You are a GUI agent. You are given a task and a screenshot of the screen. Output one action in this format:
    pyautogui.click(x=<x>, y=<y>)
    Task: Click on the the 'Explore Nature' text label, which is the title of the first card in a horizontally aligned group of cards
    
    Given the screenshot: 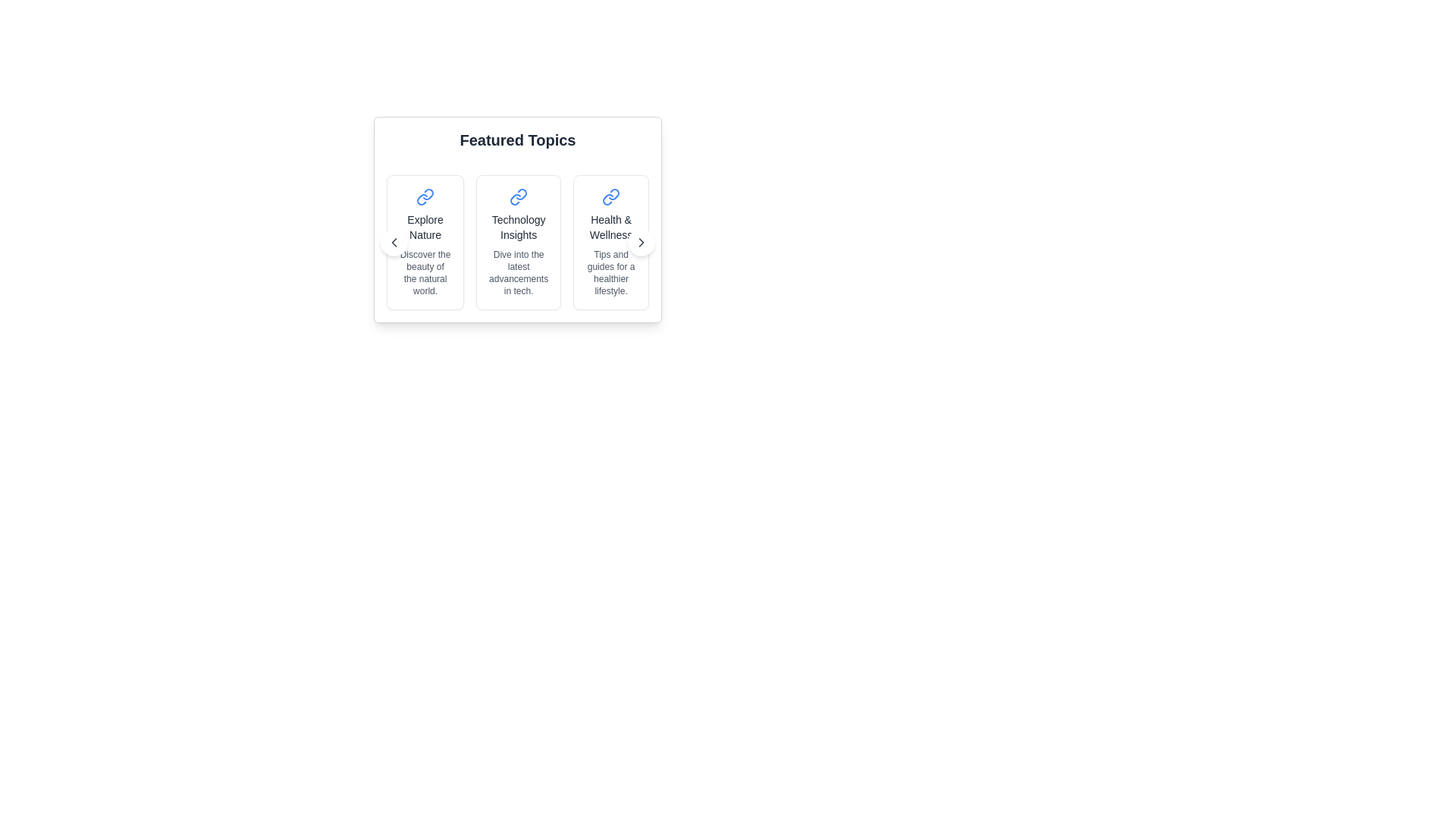 What is the action you would take?
    pyautogui.click(x=425, y=227)
    